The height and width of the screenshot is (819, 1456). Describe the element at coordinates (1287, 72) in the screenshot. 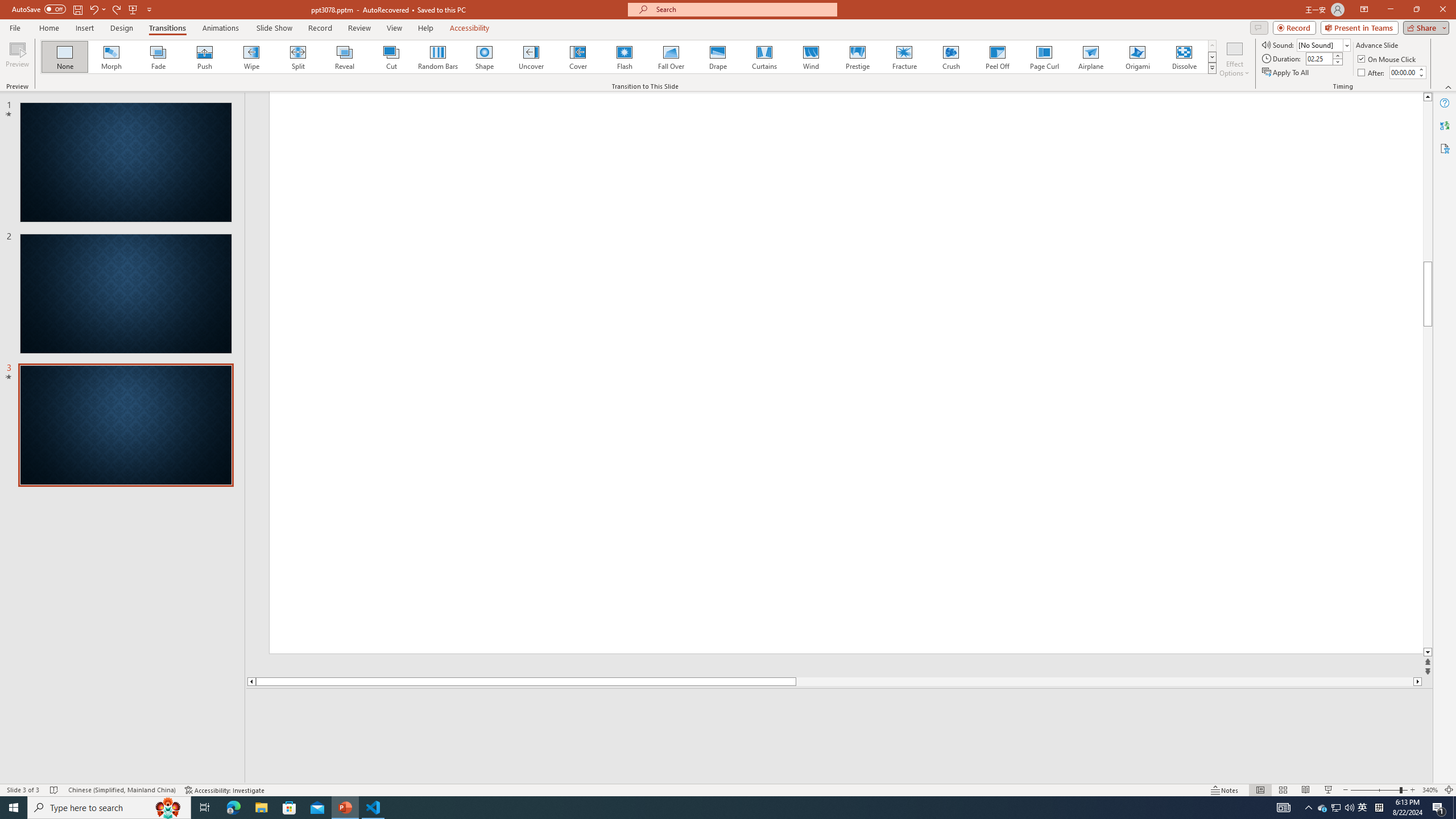

I see `'Apply To All'` at that location.